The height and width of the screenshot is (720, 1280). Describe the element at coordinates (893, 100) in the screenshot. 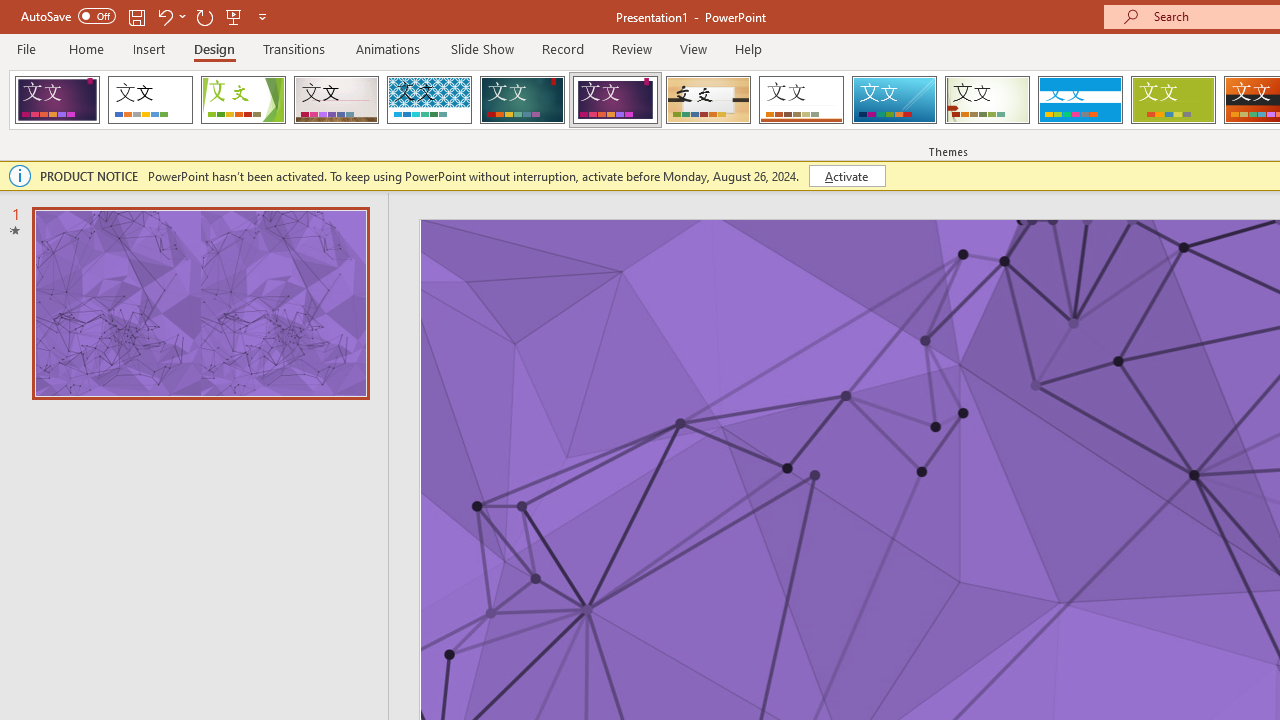

I see `'Slice'` at that location.